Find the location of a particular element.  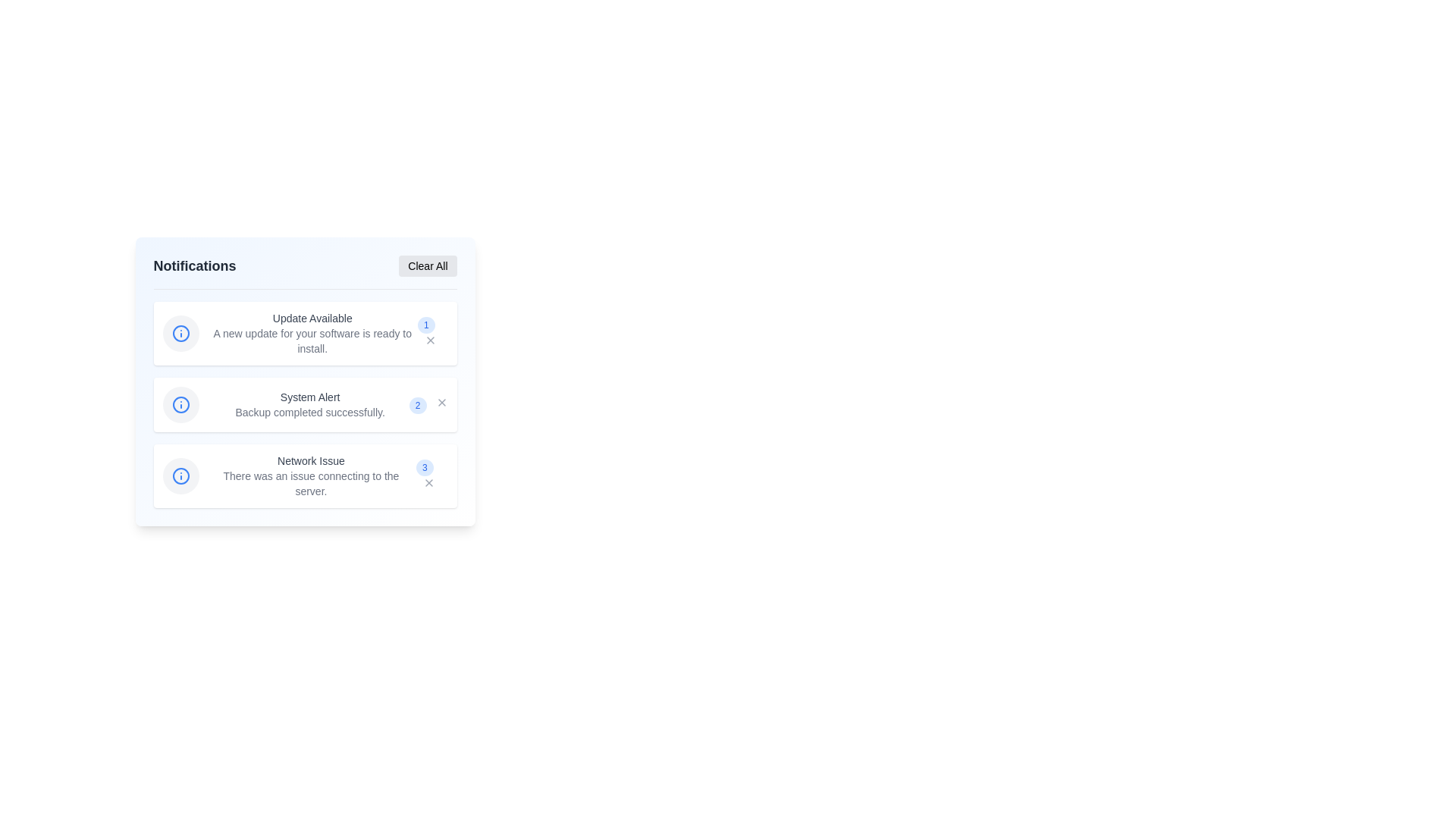

text from the Text Label which serves as the title of the notification card, positioned at the top-left of the card is located at coordinates (309, 397).